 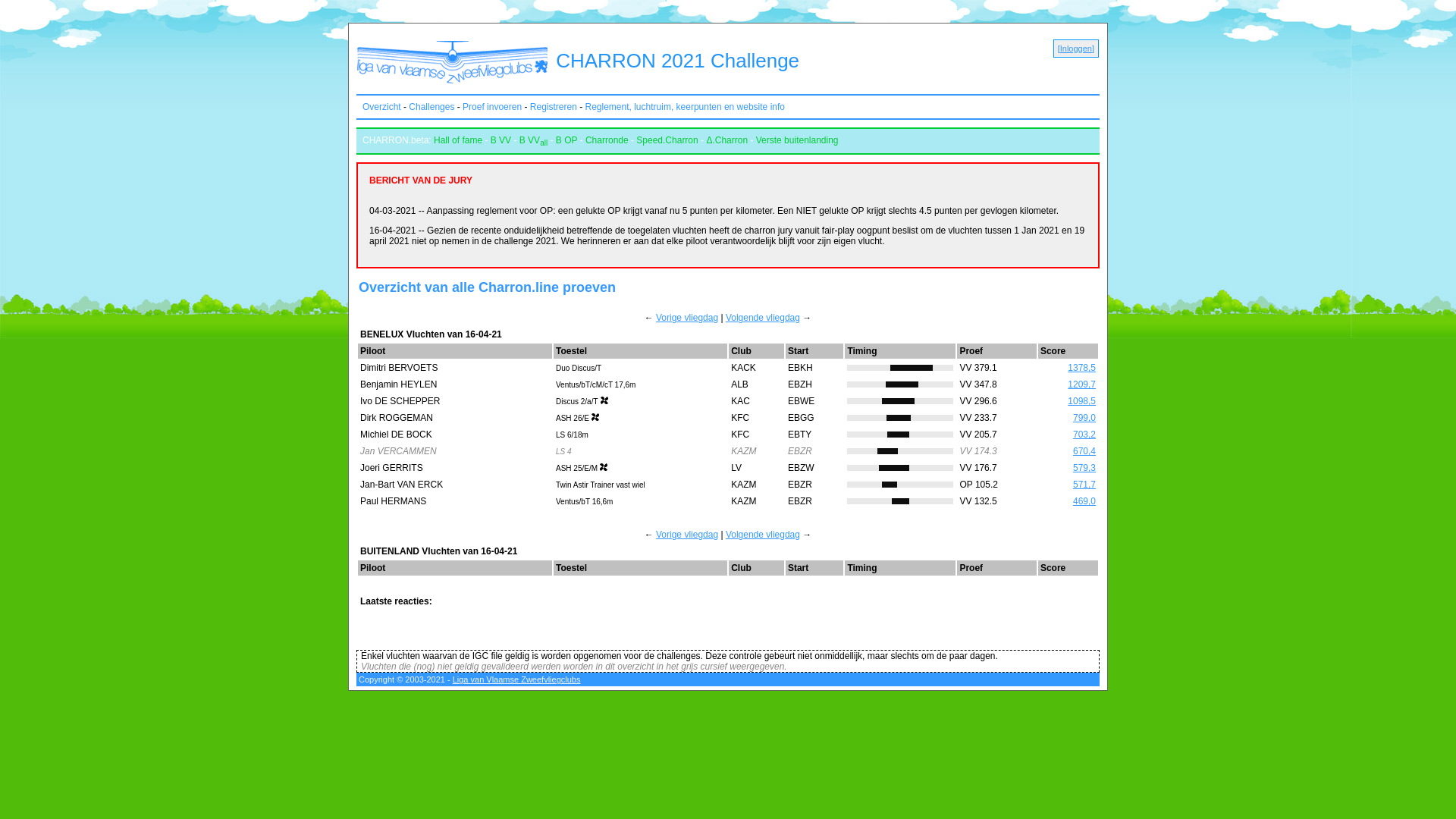 What do you see at coordinates (763, 534) in the screenshot?
I see `'Volgende vliegdag'` at bounding box center [763, 534].